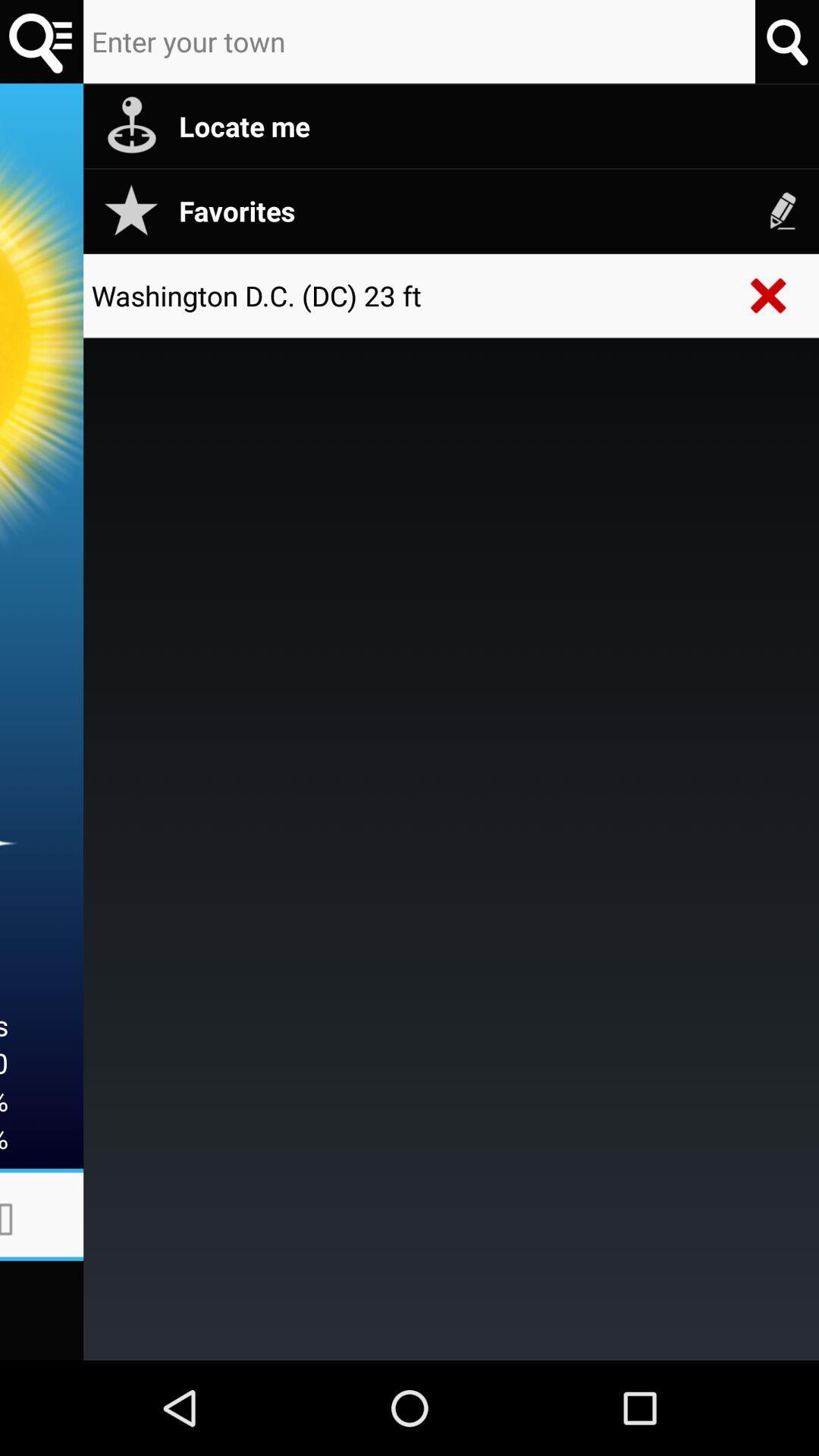 This screenshot has width=819, height=1456. What do you see at coordinates (41, 42) in the screenshot?
I see `search button option` at bounding box center [41, 42].